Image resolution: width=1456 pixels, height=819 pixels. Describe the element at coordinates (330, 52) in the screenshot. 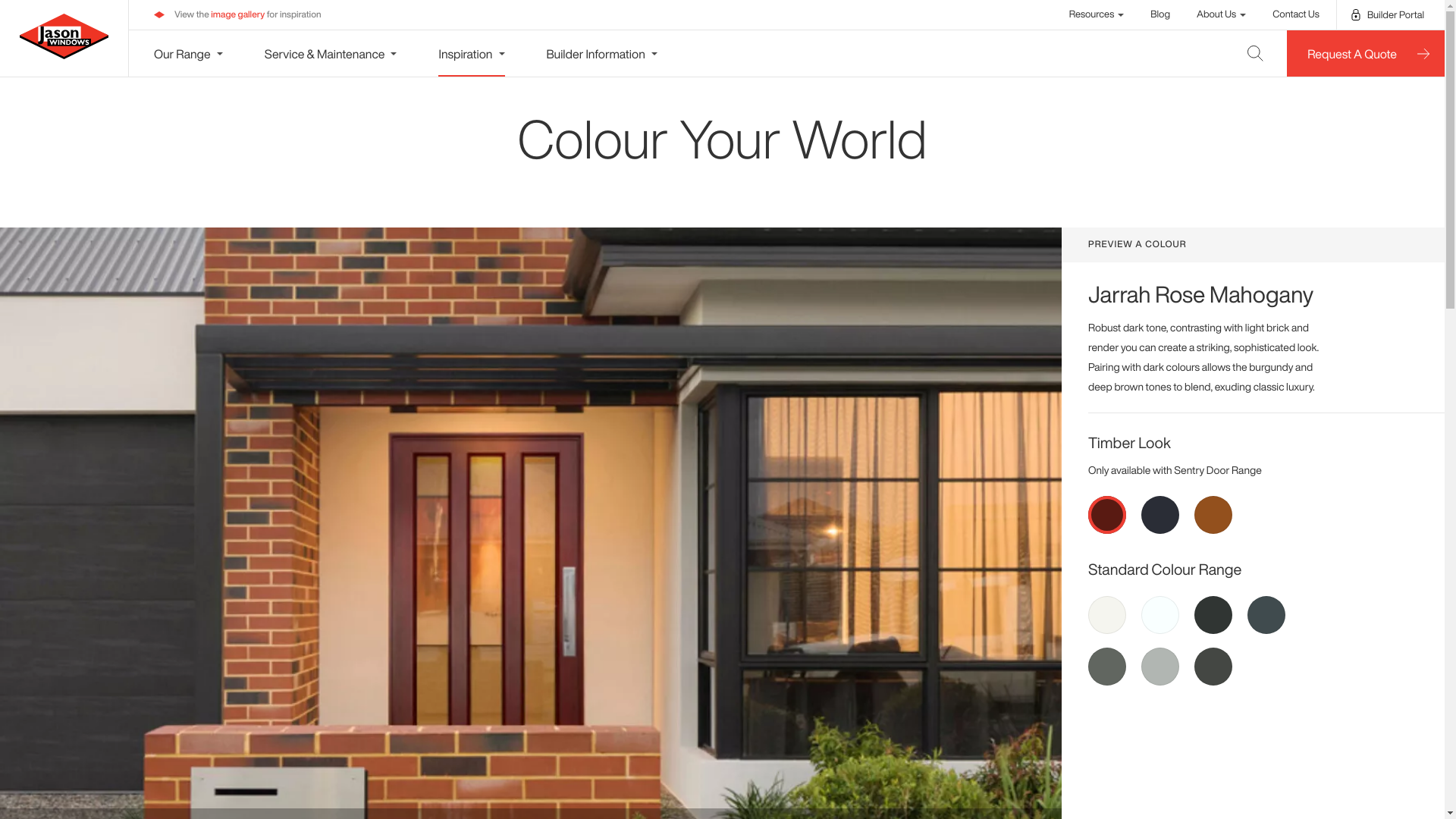

I see `'Service & Maintenance'` at that location.